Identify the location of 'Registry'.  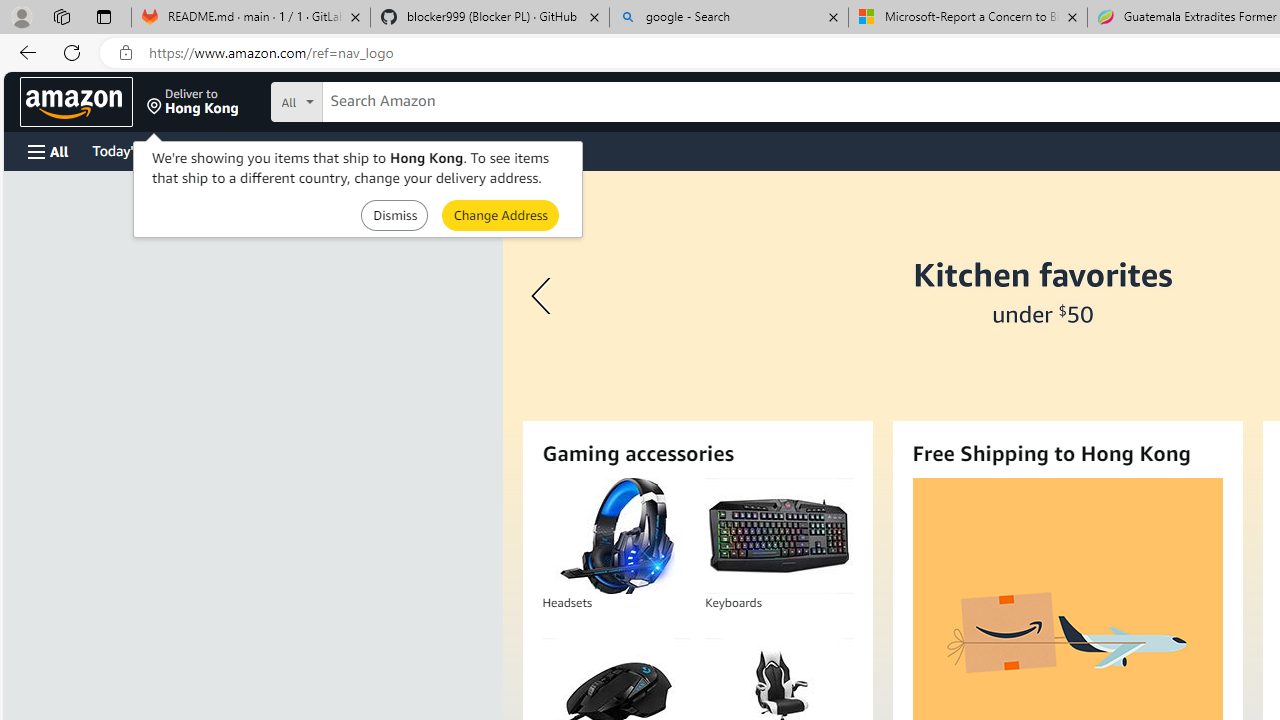
(360, 149).